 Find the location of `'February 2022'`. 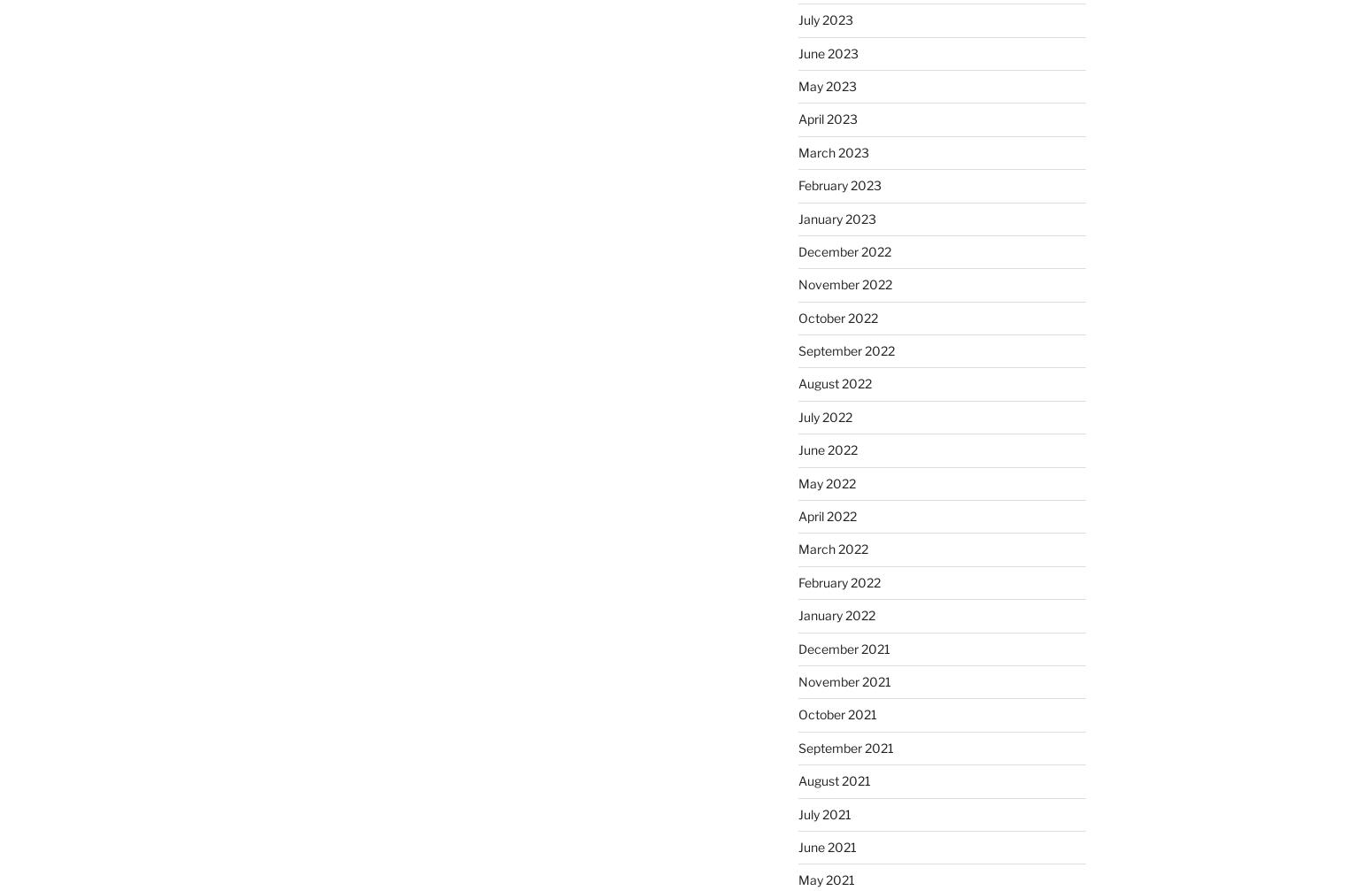

'February 2022' is located at coordinates (798, 580).